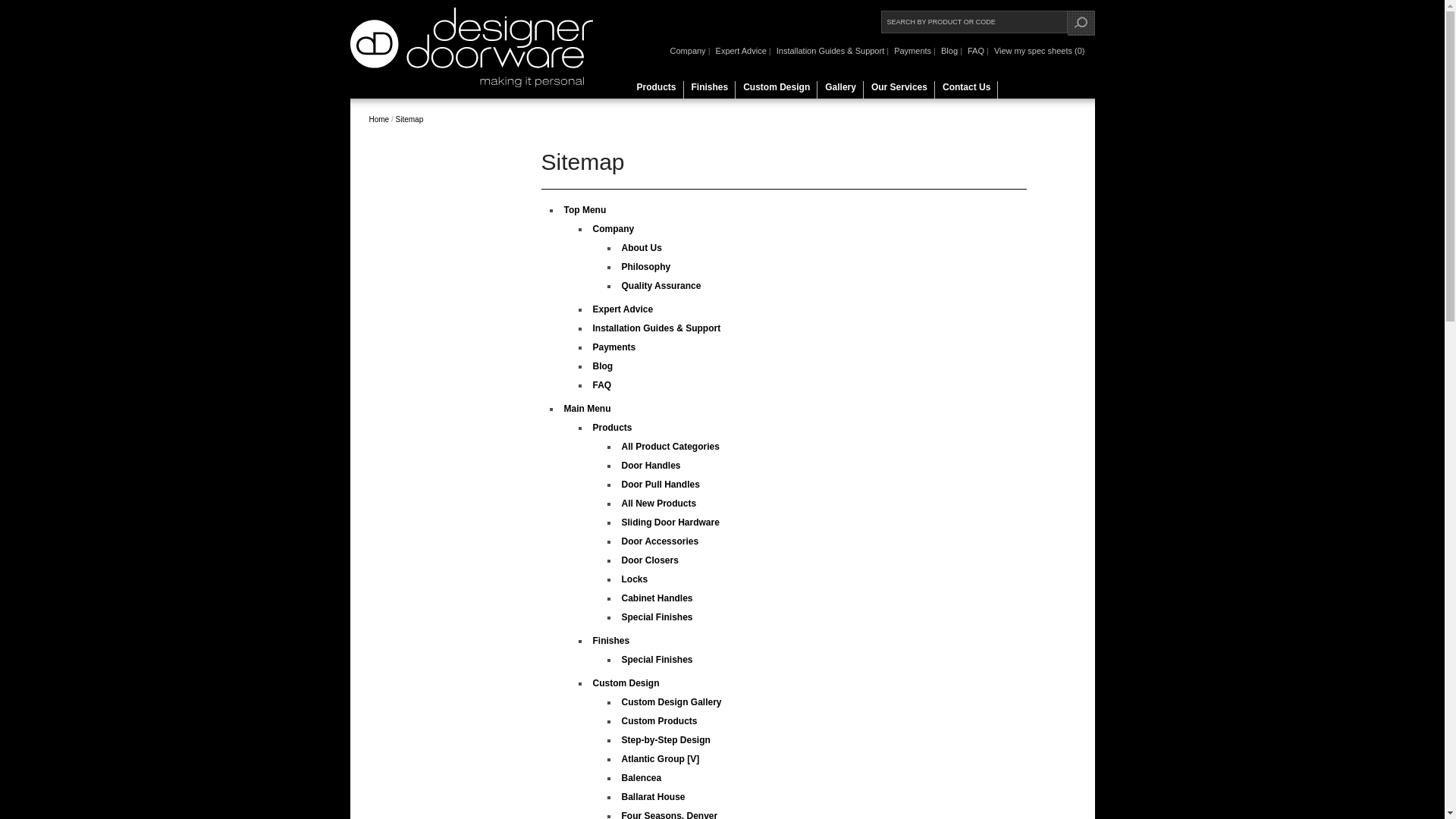  I want to click on 'Finishes', so click(683, 90).